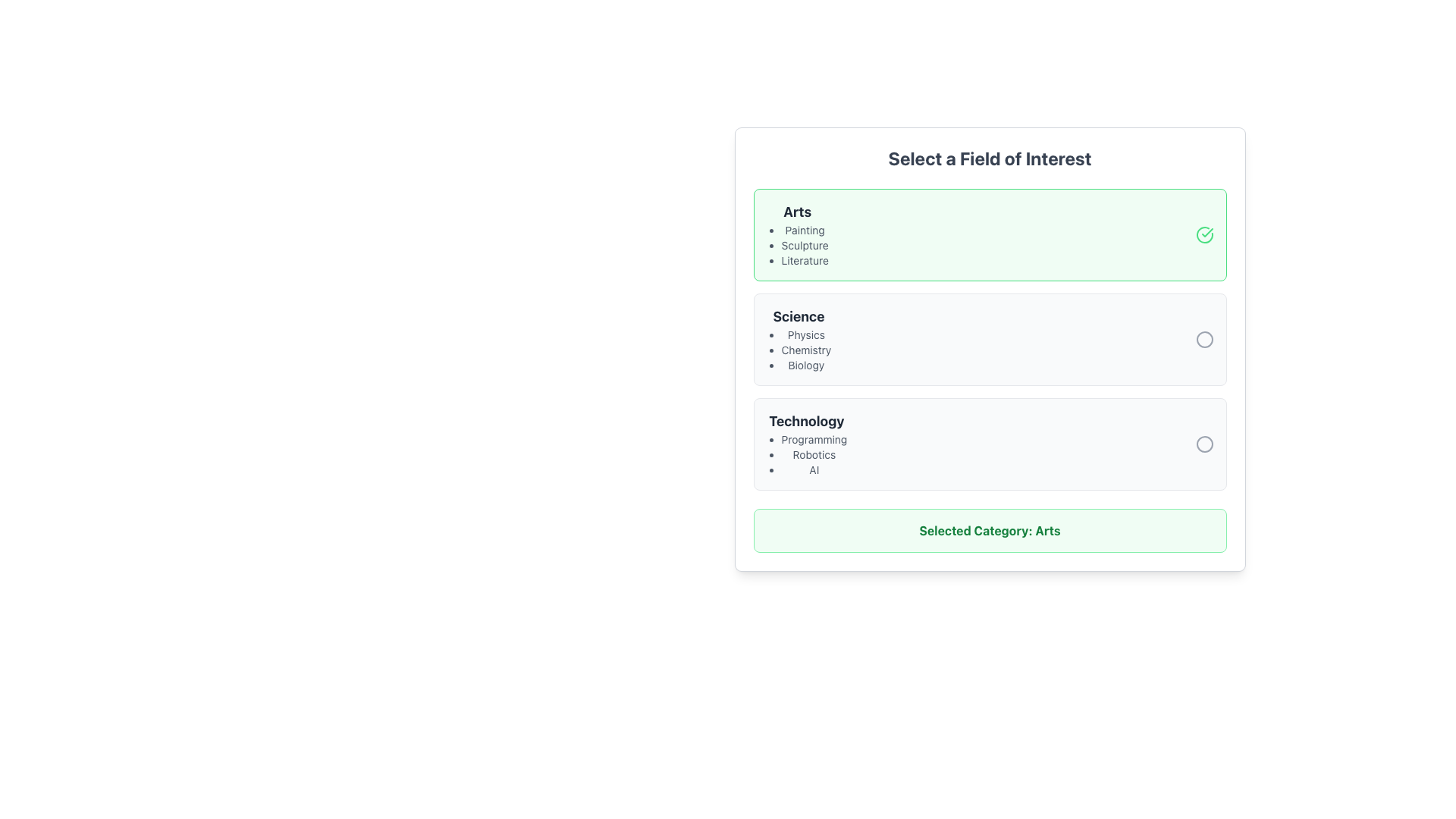 The height and width of the screenshot is (819, 1456). I want to click on the circular radio button located on the right side of the 'Science' section, so click(1203, 338).